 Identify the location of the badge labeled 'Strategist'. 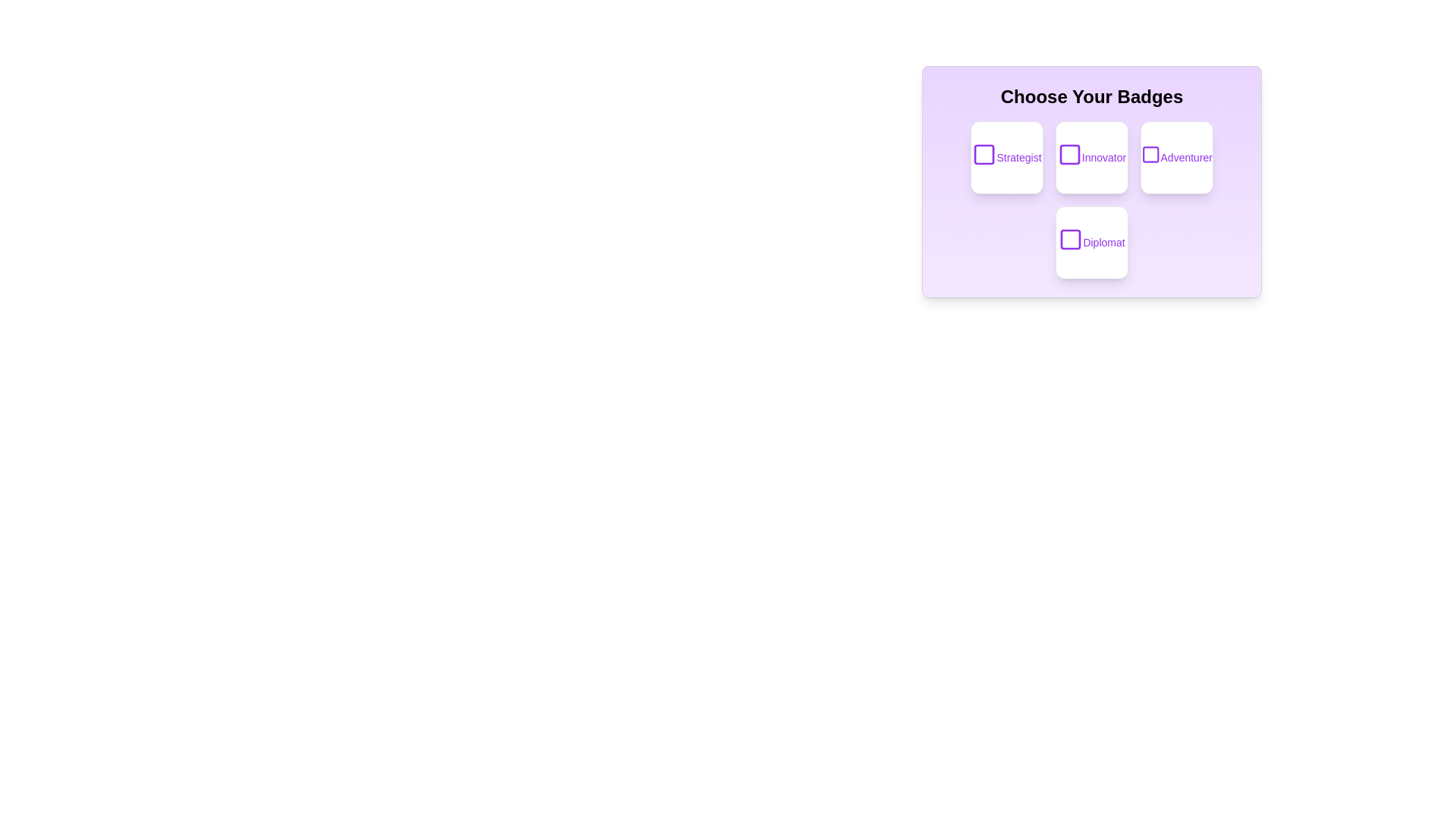
(1007, 158).